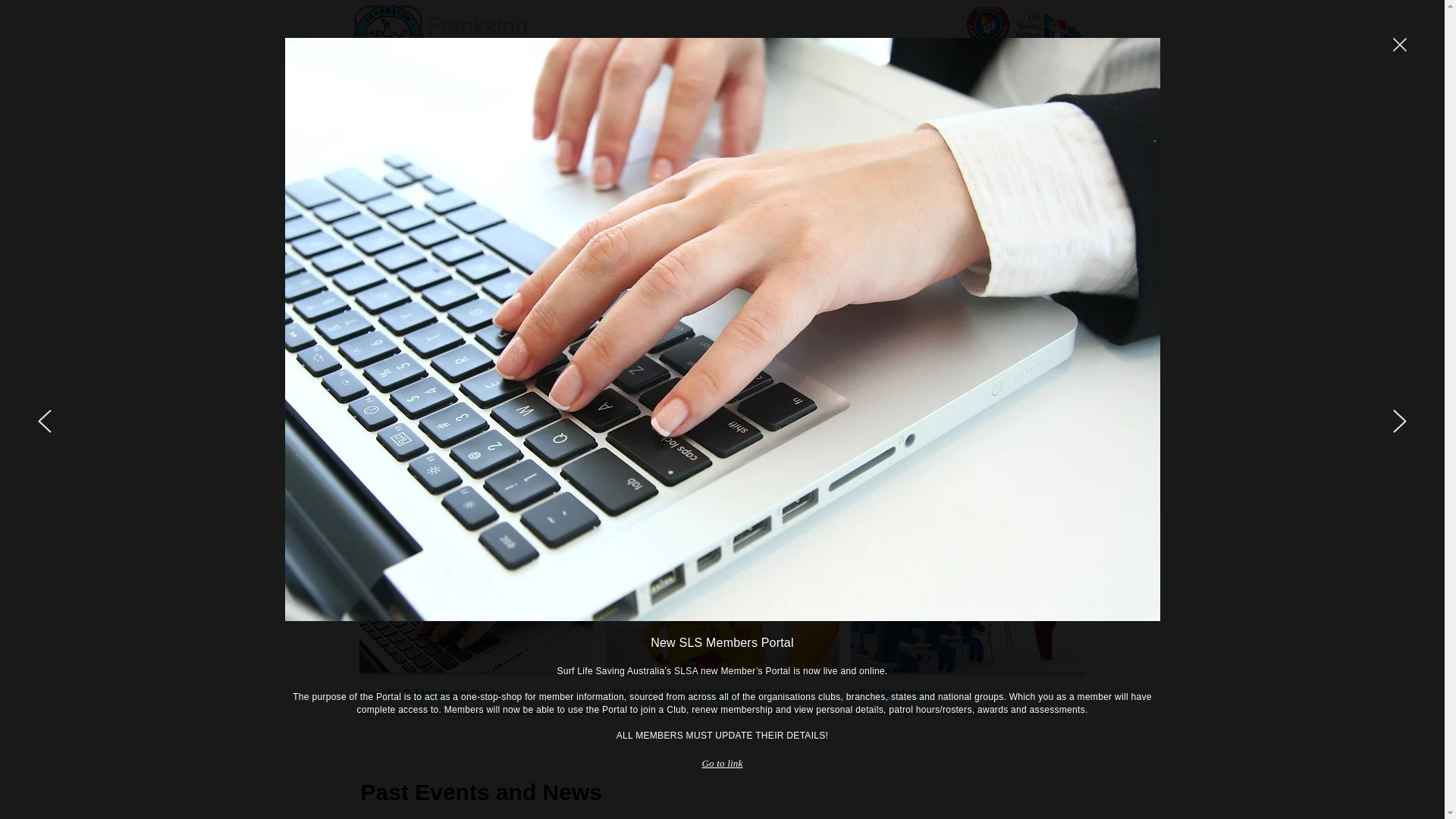 The width and height of the screenshot is (1456, 819). What do you see at coordinates (722, 763) in the screenshot?
I see `'Go to link'` at bounding box center [722, 763].